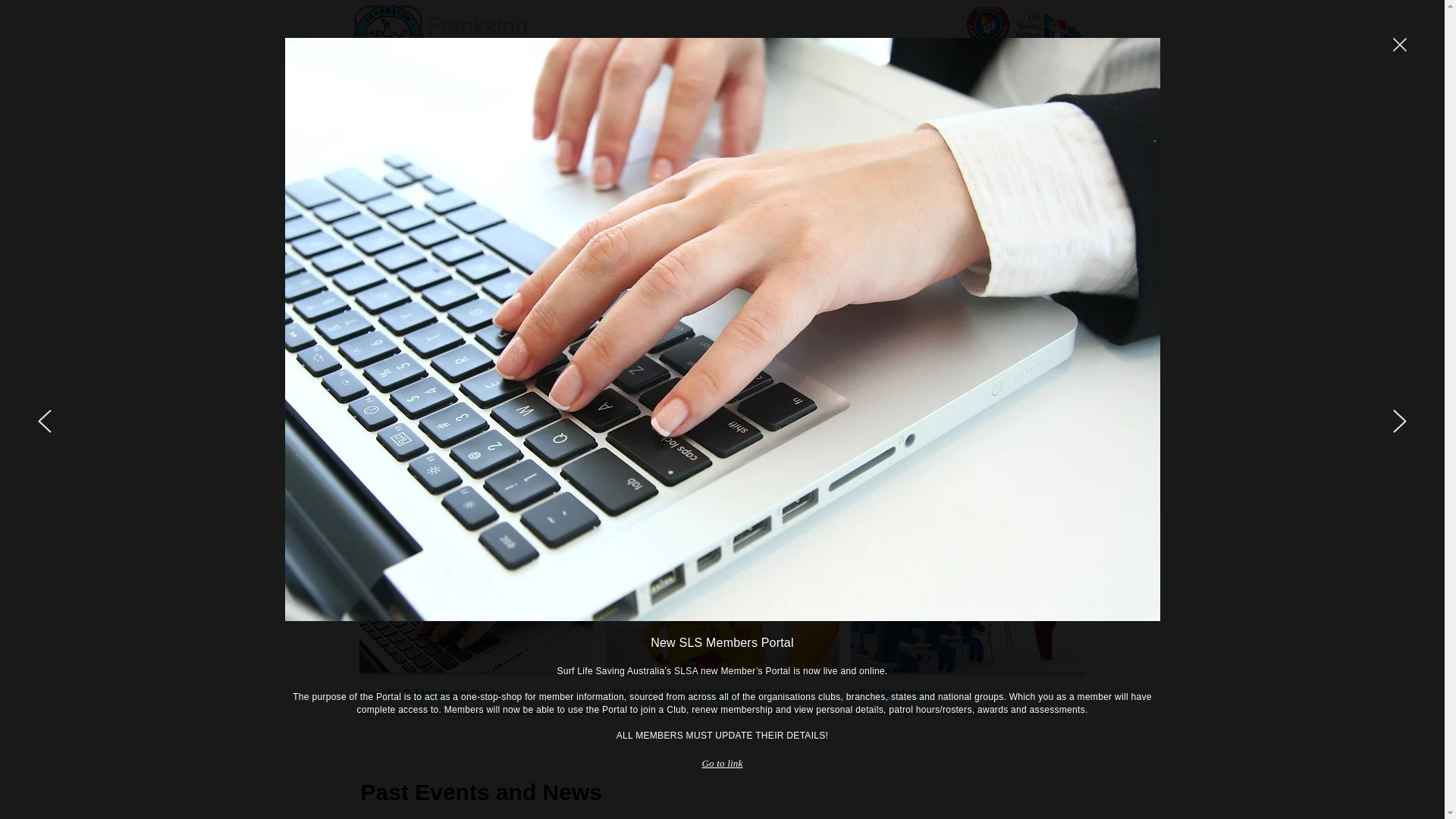 The width and height of the screenshot is (1456, 819). What do you see at coordinates (722, 763) in the screenshot?
I see `'Go to link'` at bounding box center [722, 763].